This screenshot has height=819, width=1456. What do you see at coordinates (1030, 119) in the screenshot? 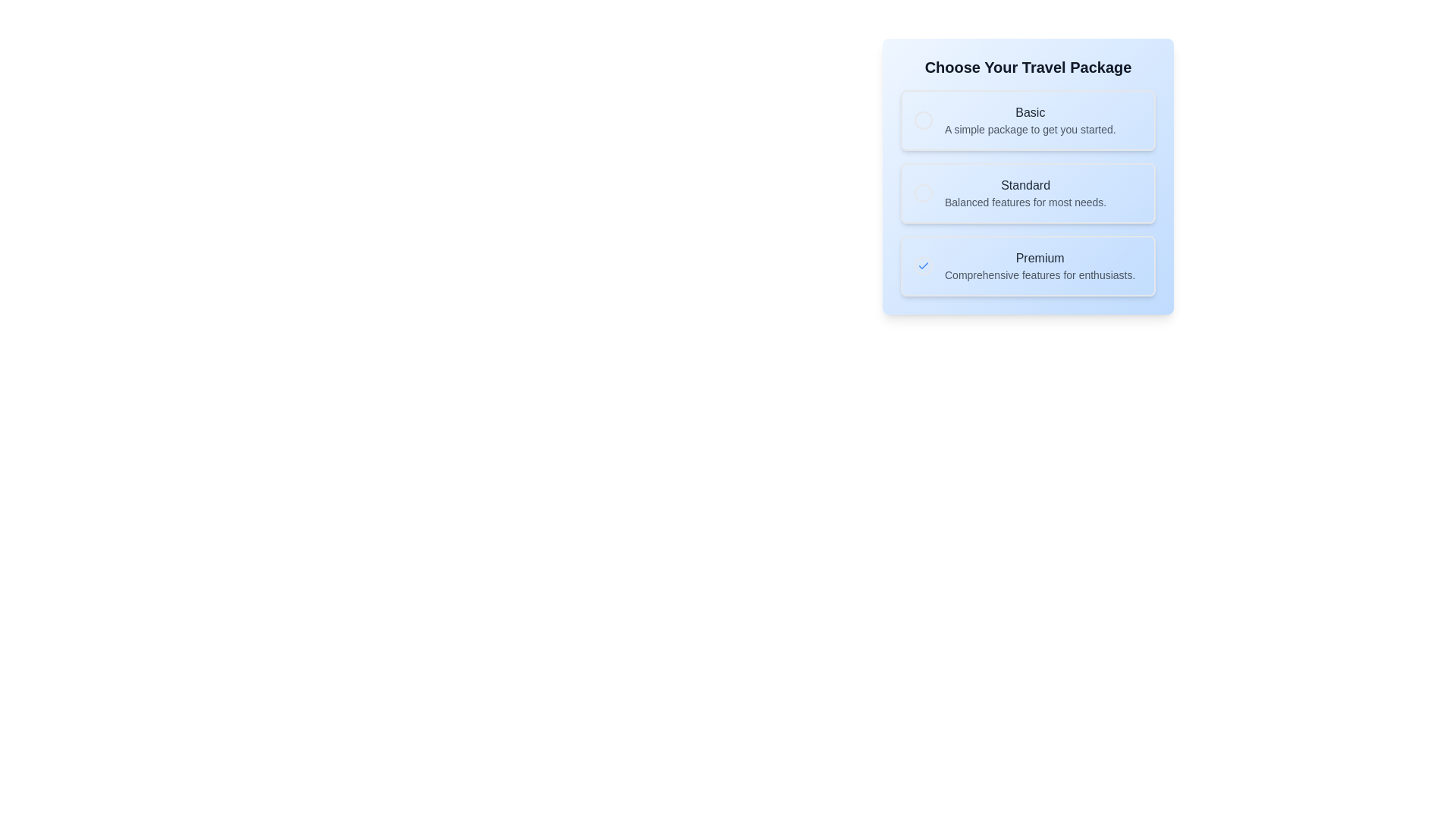
I see `text label displaying 'Basic' which is the first item in the list of package options under the card titled 'Choose Your Travel Package'` at bounding box center [1030, 119].